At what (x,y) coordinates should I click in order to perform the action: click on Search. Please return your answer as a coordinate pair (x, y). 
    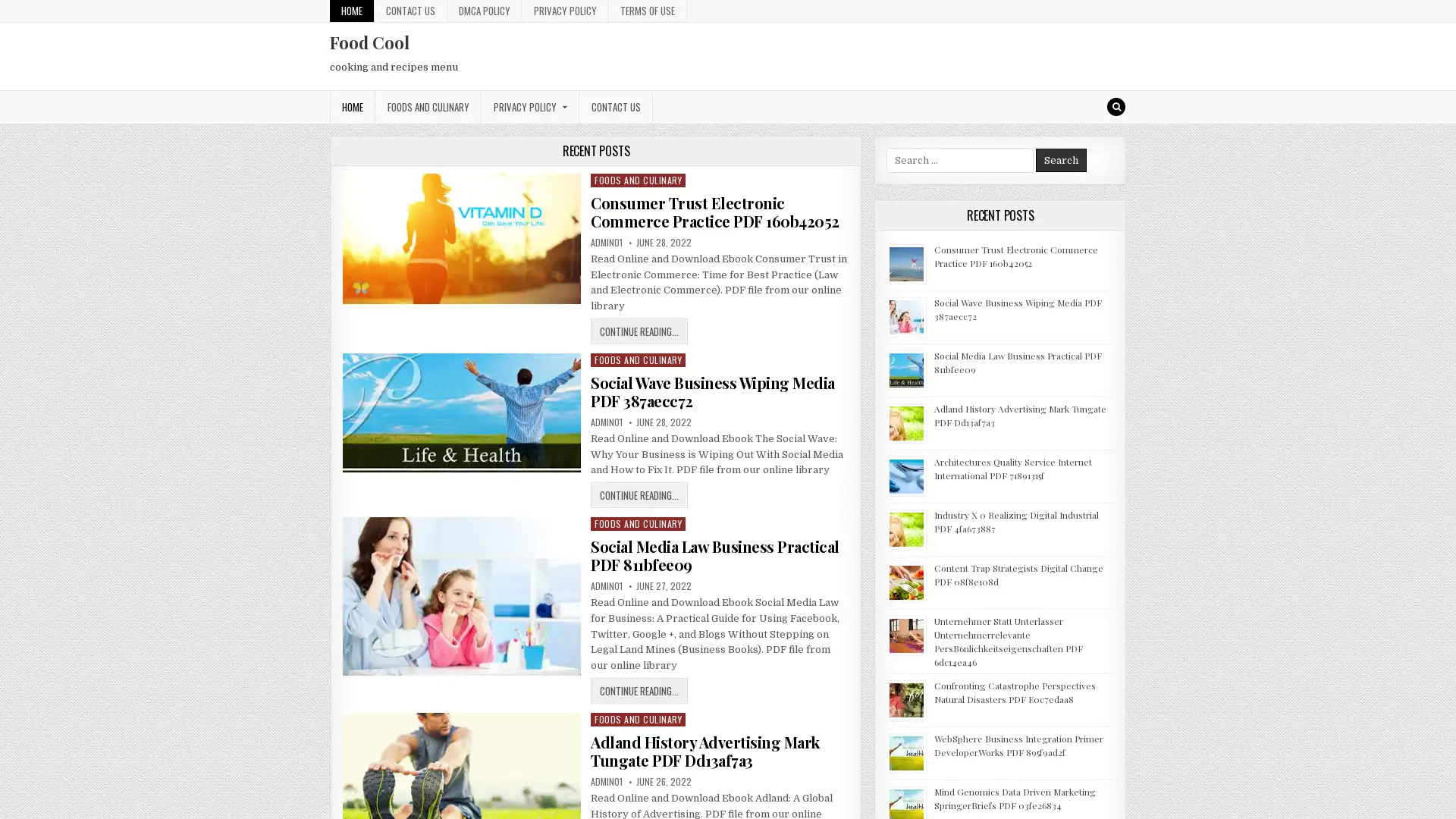
    Looking at the image, I should click on (1060, 160).